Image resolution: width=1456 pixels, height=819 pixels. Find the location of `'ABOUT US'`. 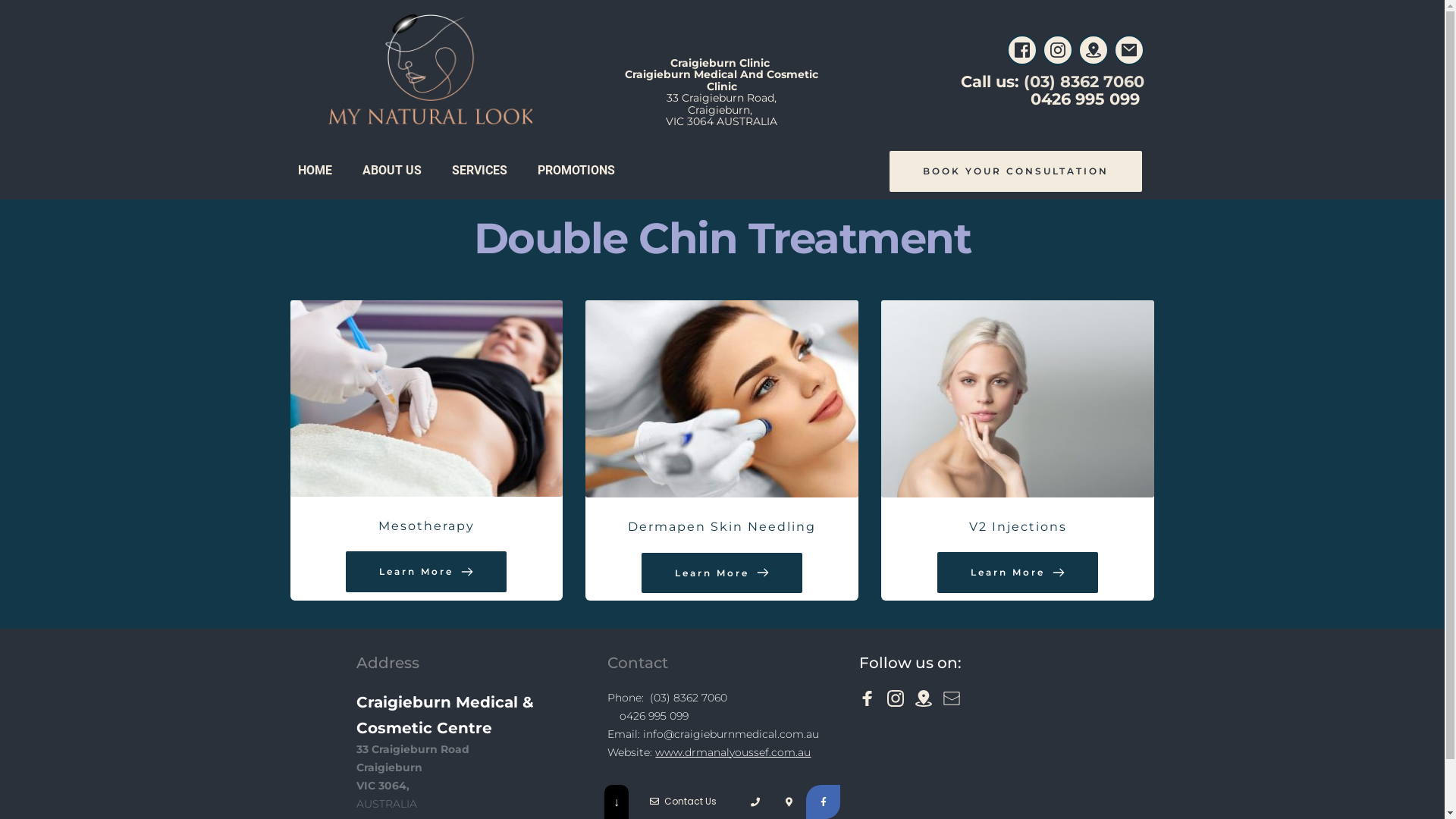

'ABOUT US' is located at coordinates (362, 170).